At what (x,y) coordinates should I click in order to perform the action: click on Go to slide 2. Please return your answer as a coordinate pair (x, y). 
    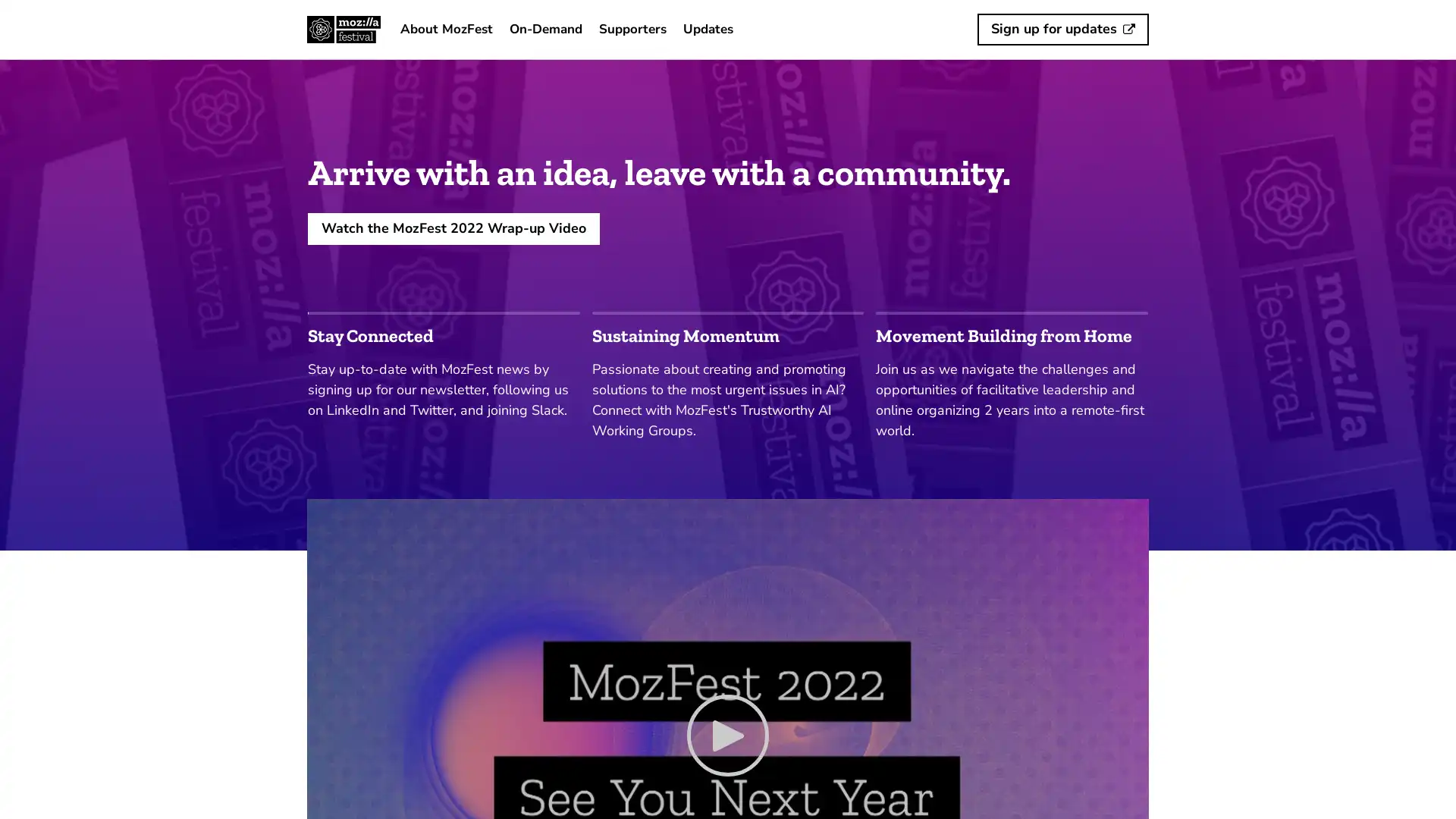
    Looking at the image, I should click on (726, 312).